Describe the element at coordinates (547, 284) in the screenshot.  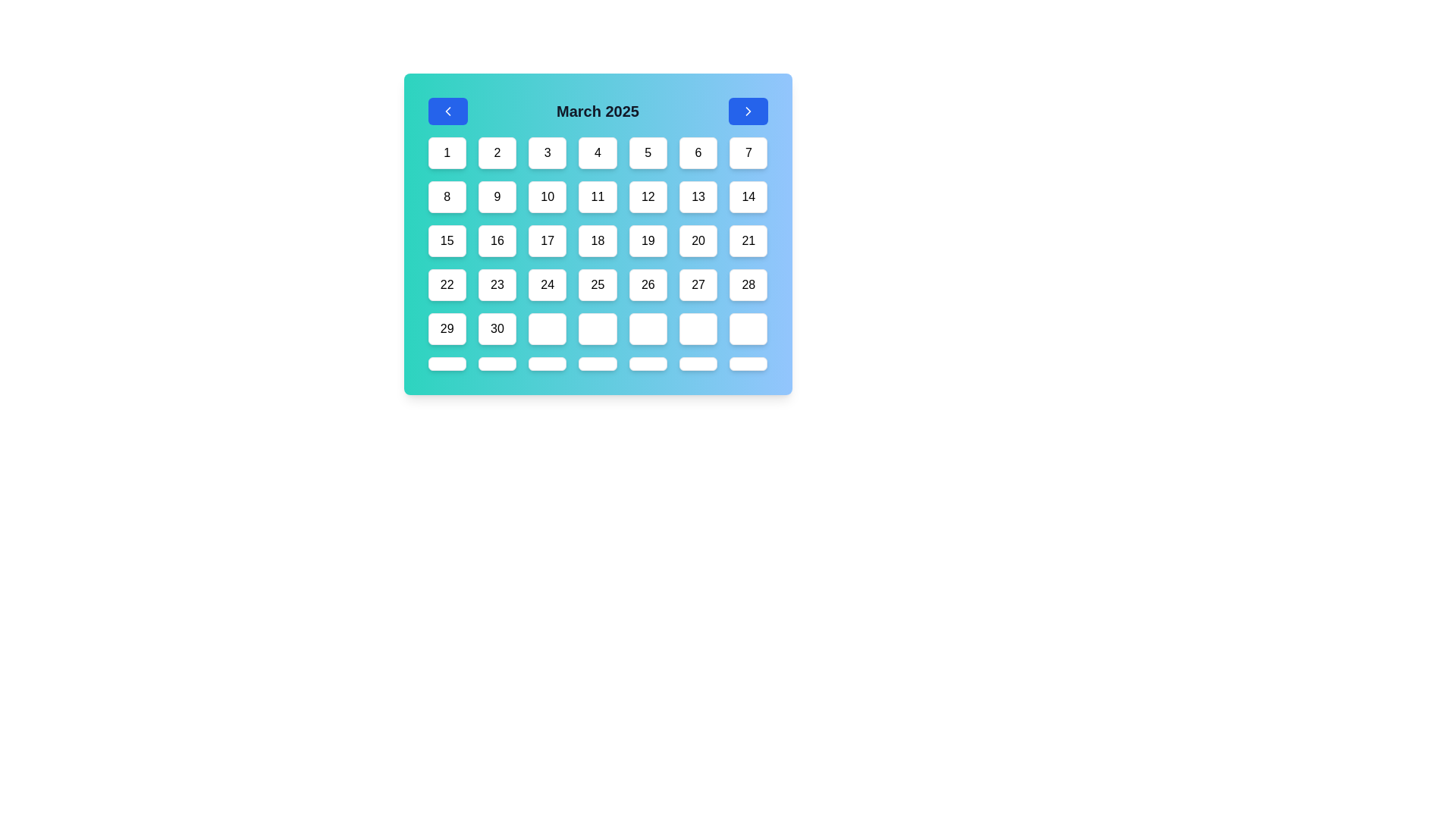
I see `the button representing the 24th day of March 2025 in the calendar interface` at that location.